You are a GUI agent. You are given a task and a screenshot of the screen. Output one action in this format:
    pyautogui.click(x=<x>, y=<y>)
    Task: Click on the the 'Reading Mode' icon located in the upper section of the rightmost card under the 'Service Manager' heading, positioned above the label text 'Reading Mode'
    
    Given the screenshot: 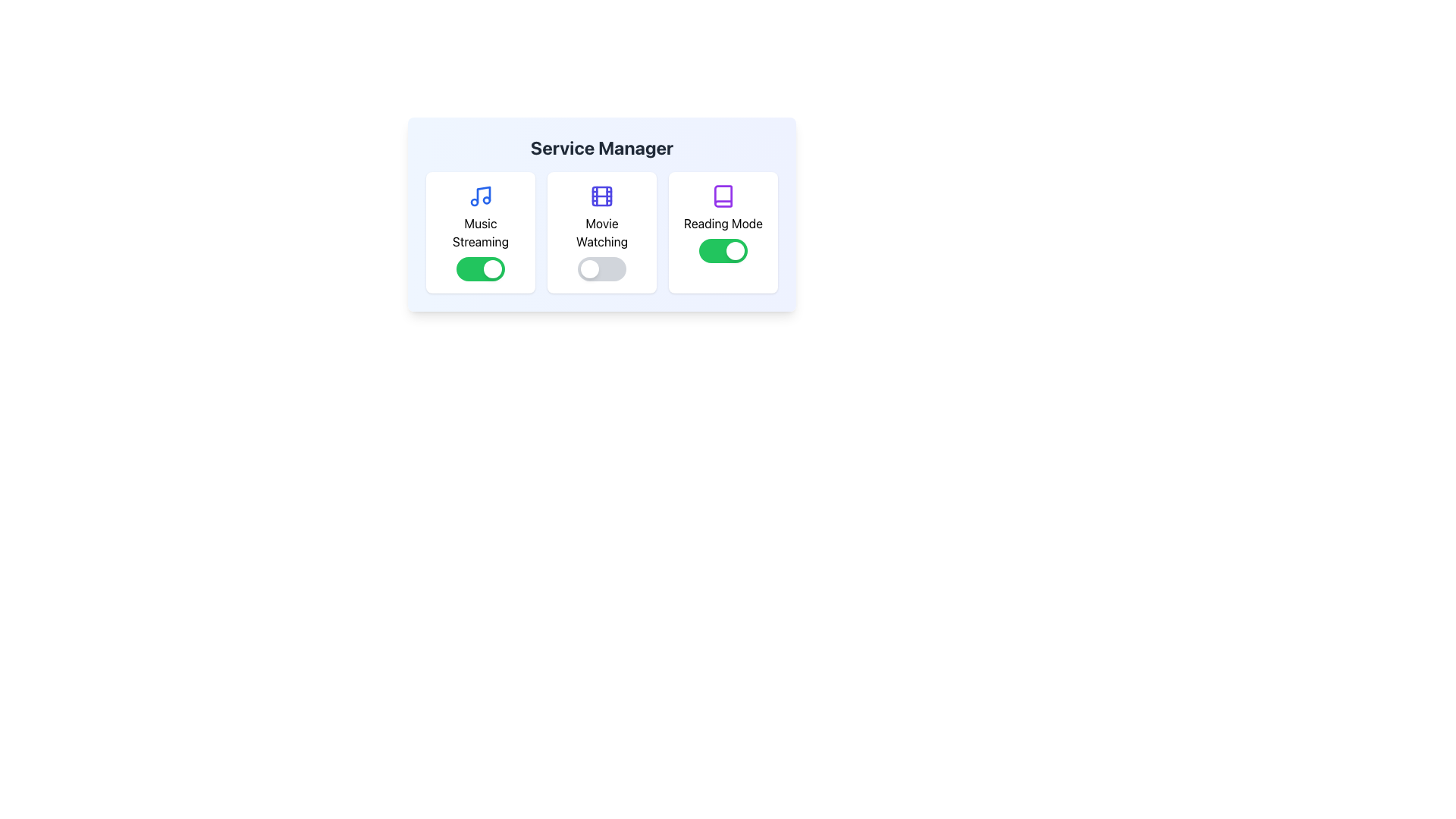 What is the action you would take?
    pyautogui.click(x=723, y=195)
    